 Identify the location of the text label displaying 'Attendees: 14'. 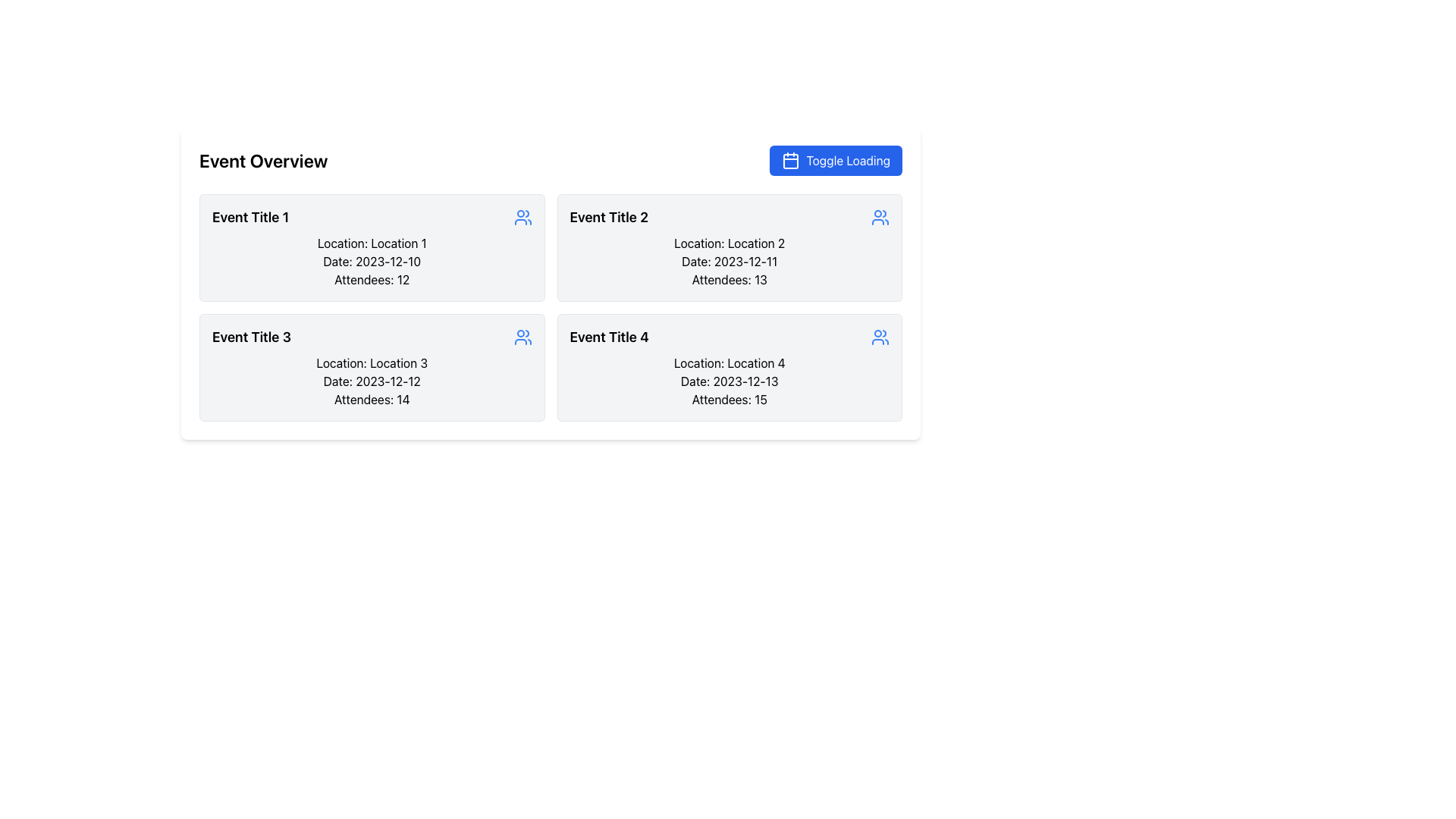
(372, 399).